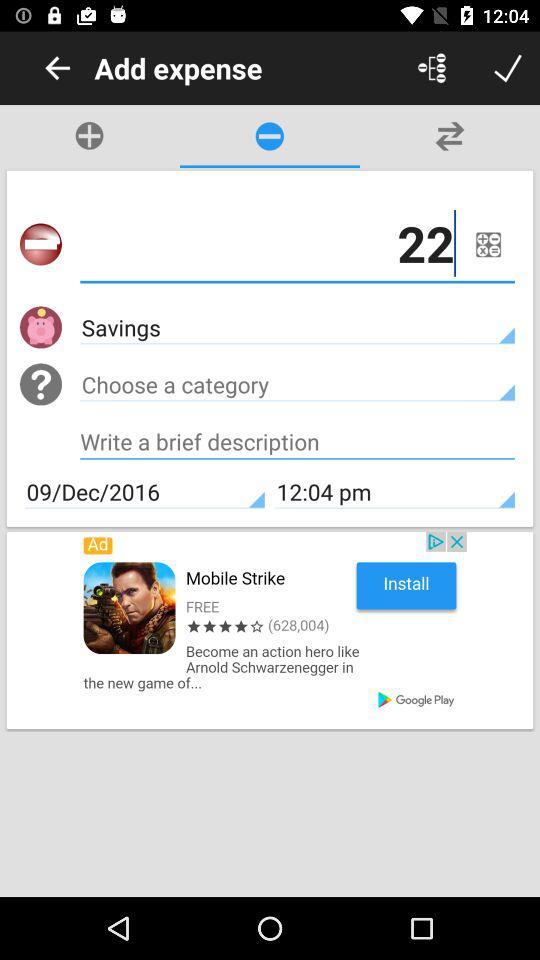 This screenshot has width=540, height=960. Describe the element at coordinates (270, 629) in the screenshot. I see `advertisement` at that location.